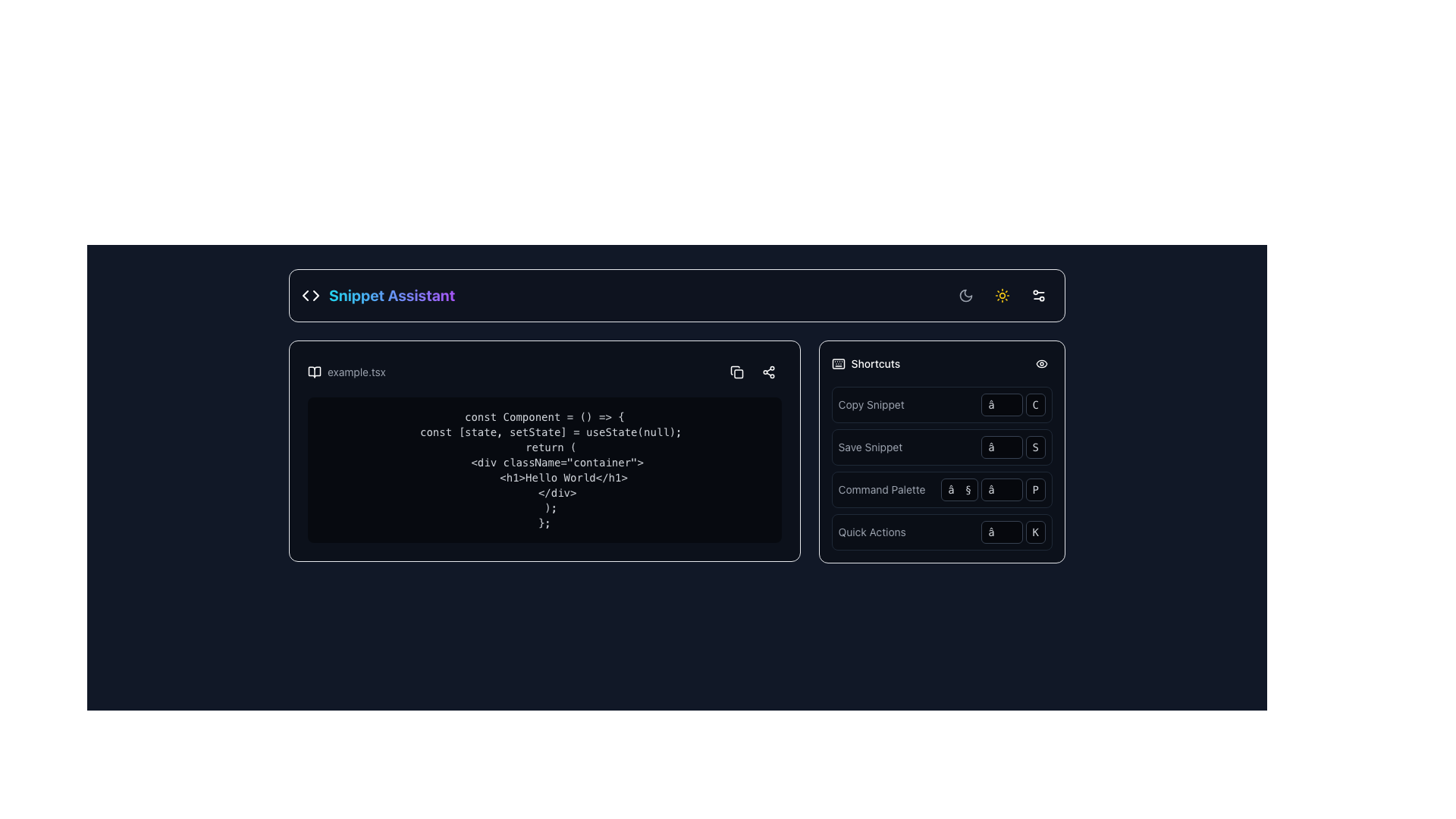 The height and width of the screenshot is (819, 1456). What do you see at coordinates (736, 372) in the screenshot?
I see `the 'Copy' action button located in the 'Shortcuts' section` at bounding box center [736, 372].